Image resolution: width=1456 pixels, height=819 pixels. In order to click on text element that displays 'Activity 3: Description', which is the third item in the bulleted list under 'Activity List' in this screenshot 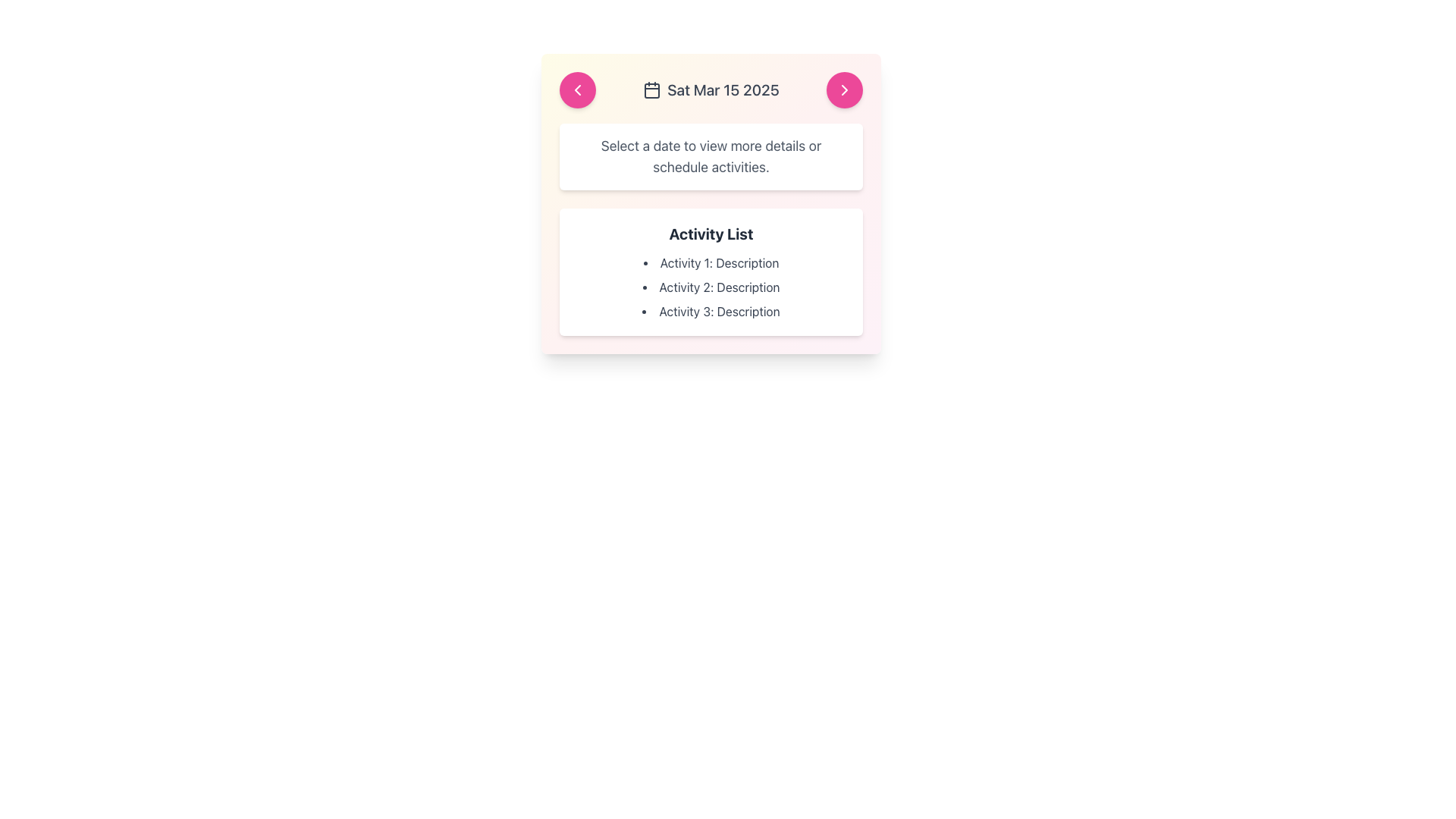, I will do `click(710, 311)`.